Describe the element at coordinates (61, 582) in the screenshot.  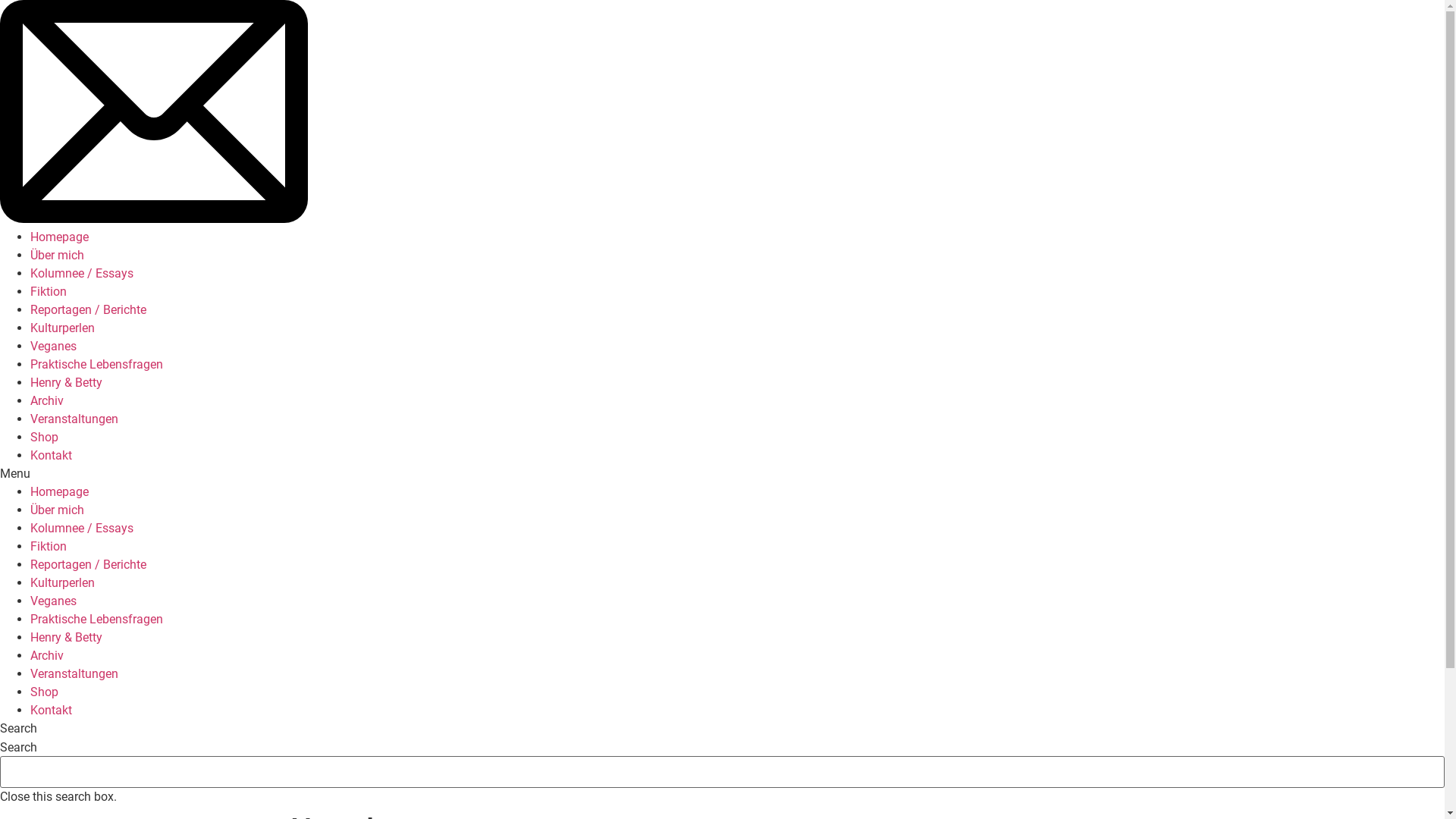
I see `'Kulturperlen'` at that location.